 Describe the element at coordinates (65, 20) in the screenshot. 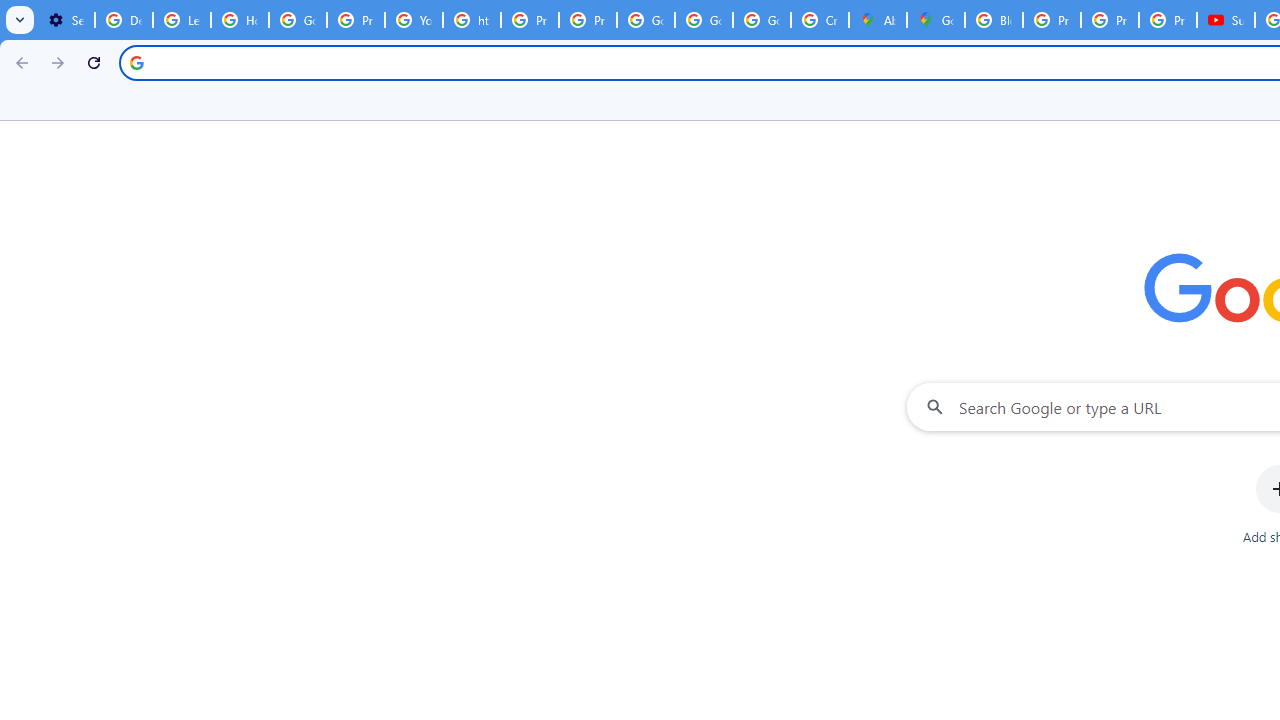

I see `'Settings - Customize profile'` at that location.